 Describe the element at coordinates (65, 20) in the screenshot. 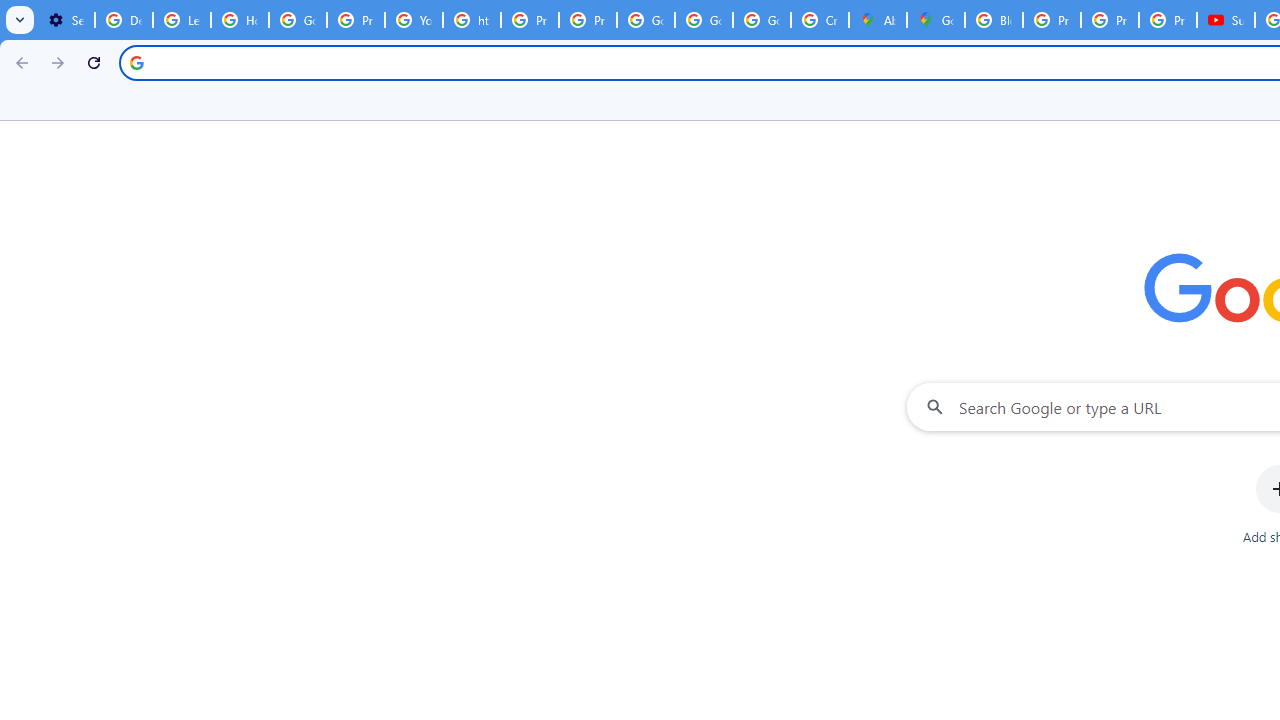

I see `'Settings - Customize profile'` at that location.